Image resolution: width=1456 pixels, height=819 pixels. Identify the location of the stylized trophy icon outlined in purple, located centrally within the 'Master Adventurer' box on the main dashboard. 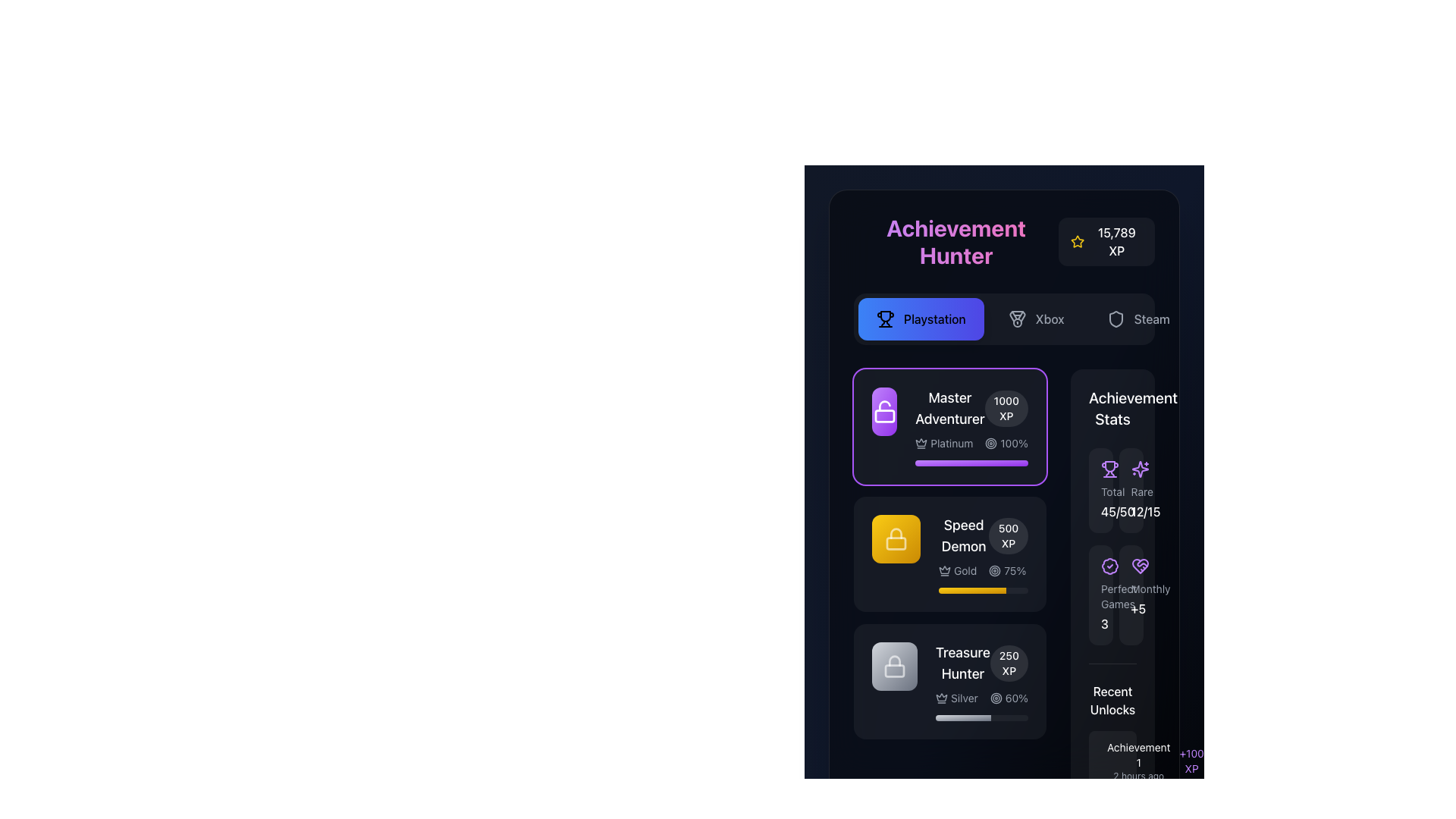
(1110, 465).